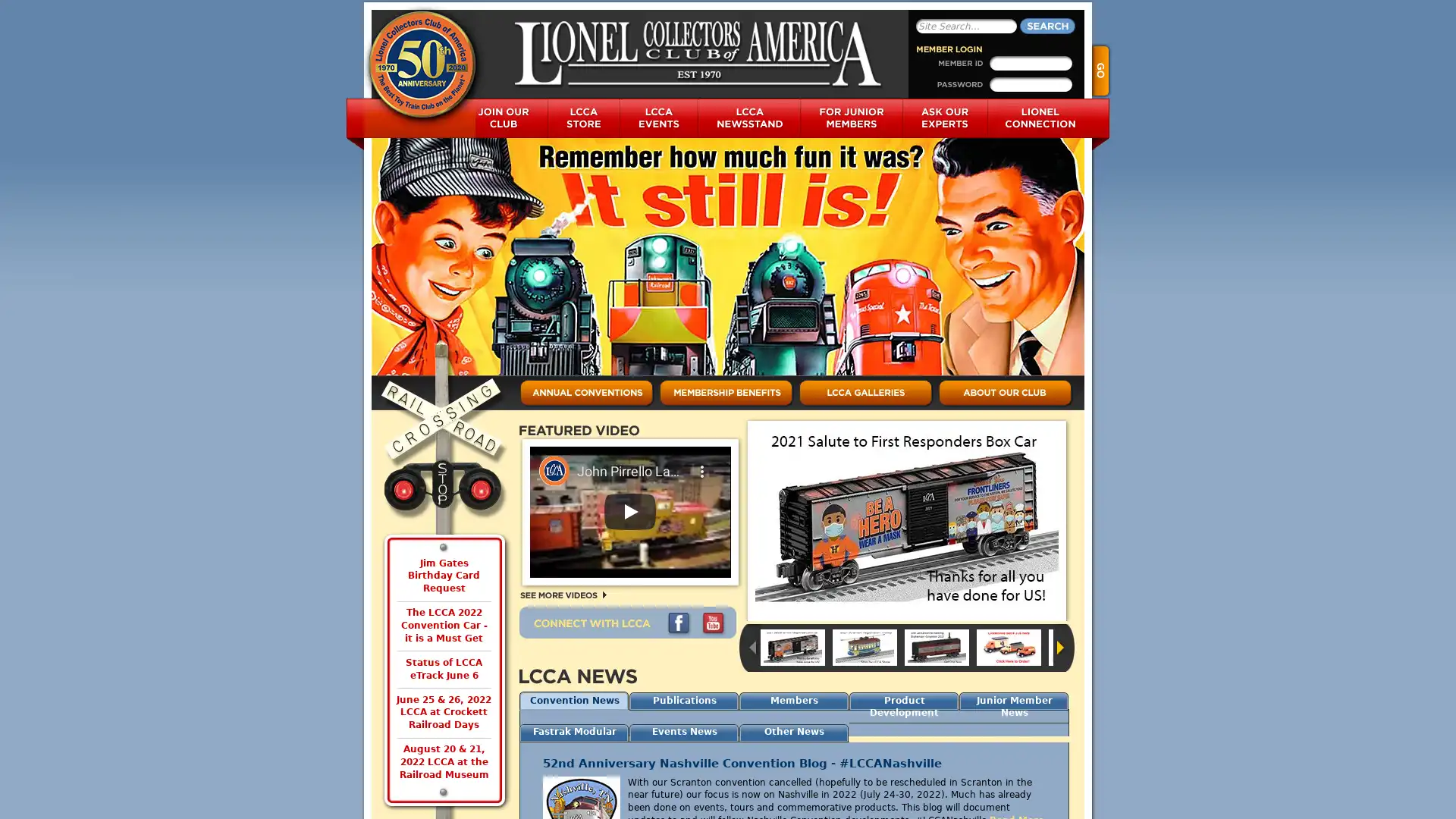 The width and height of the screenshot is (1456, 819). Describe the element at coordinates (1046, 26) in the screenshot. I see `Search` at that location.